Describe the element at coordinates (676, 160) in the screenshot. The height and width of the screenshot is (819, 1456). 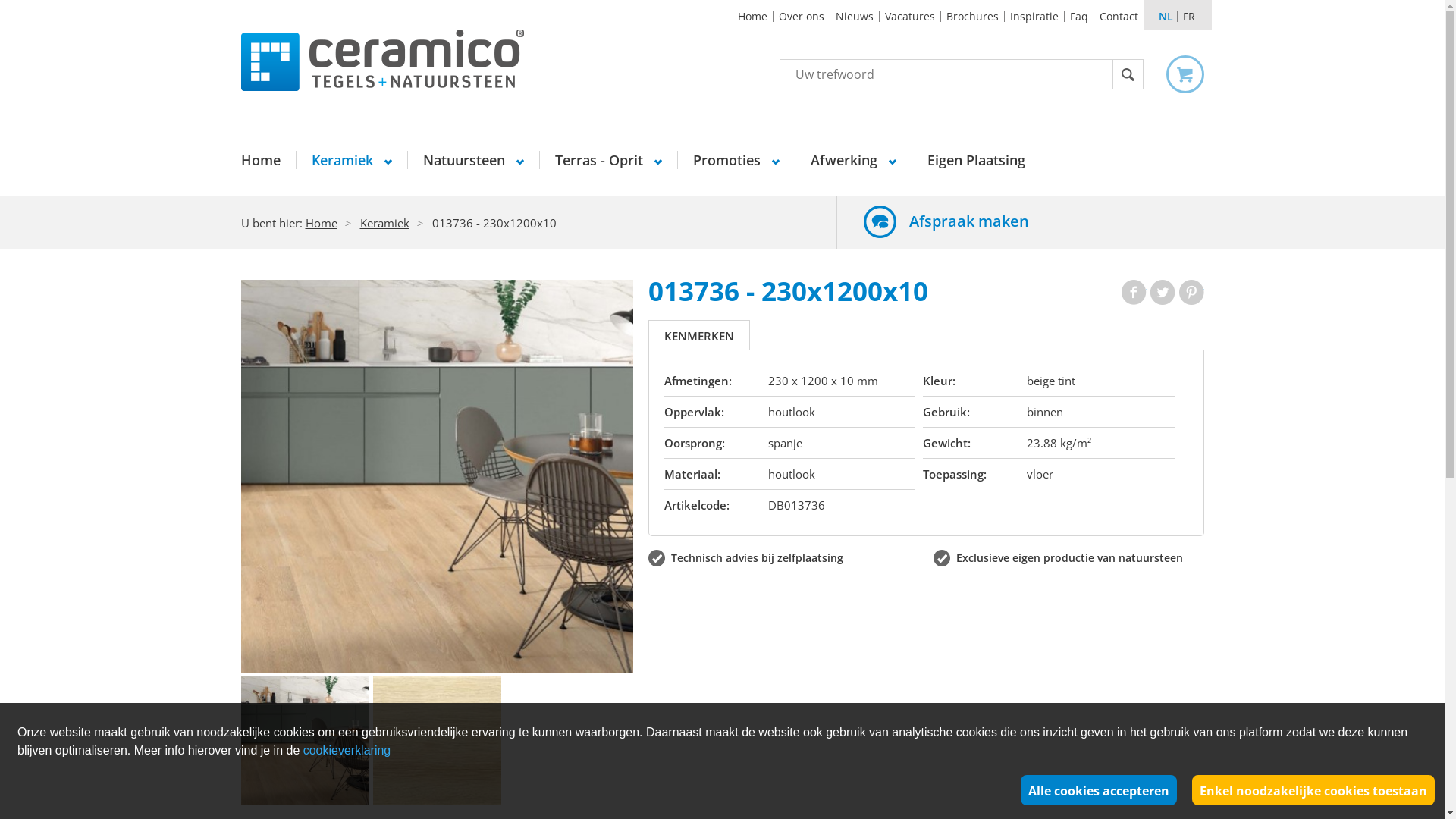
I see `'Promoties'` at that location.